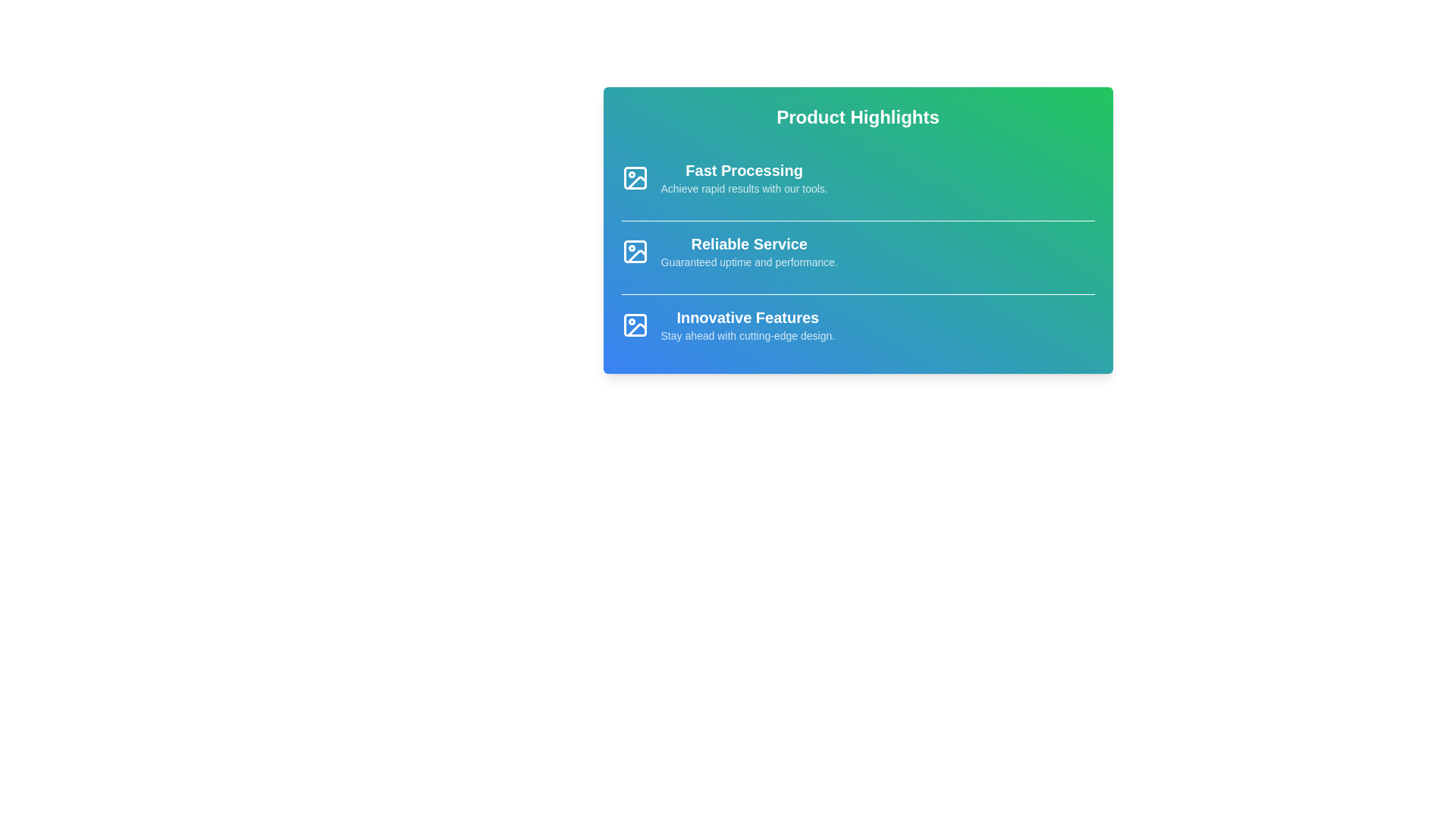  I want to click on the informational text that provides additional descriptive information about the 'Fast Processing' feature, located beneath the 'Fast Processing' text in the 'Product Highlights' section, so click(744, 188).